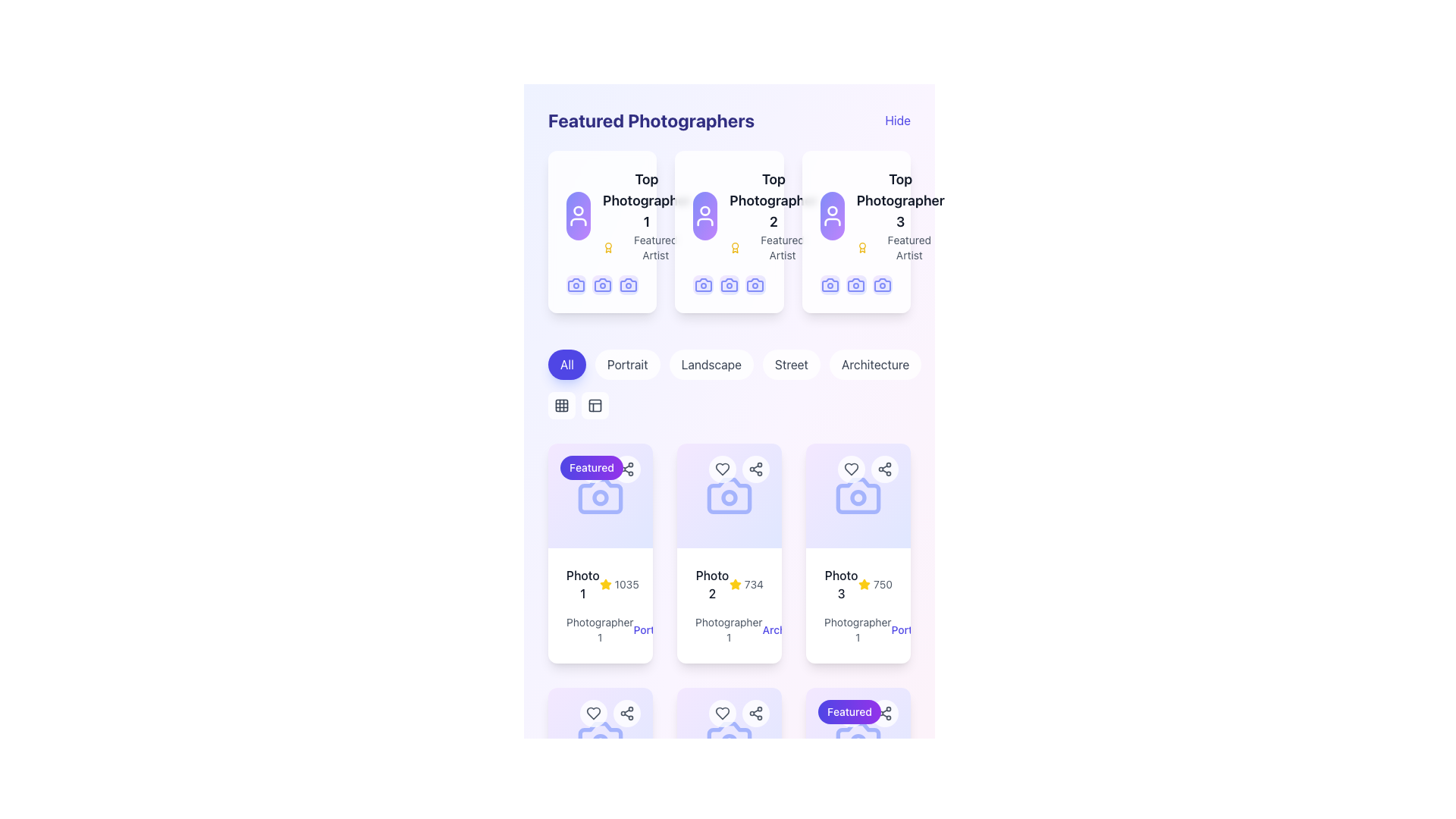  Describe the element at coordinates (619, 584) in the screenshot. I see `the Rating display component that visually represents a score of '1035', located to the right of 'Photo 1' within the card labeled 'Photo 1'` at that location.